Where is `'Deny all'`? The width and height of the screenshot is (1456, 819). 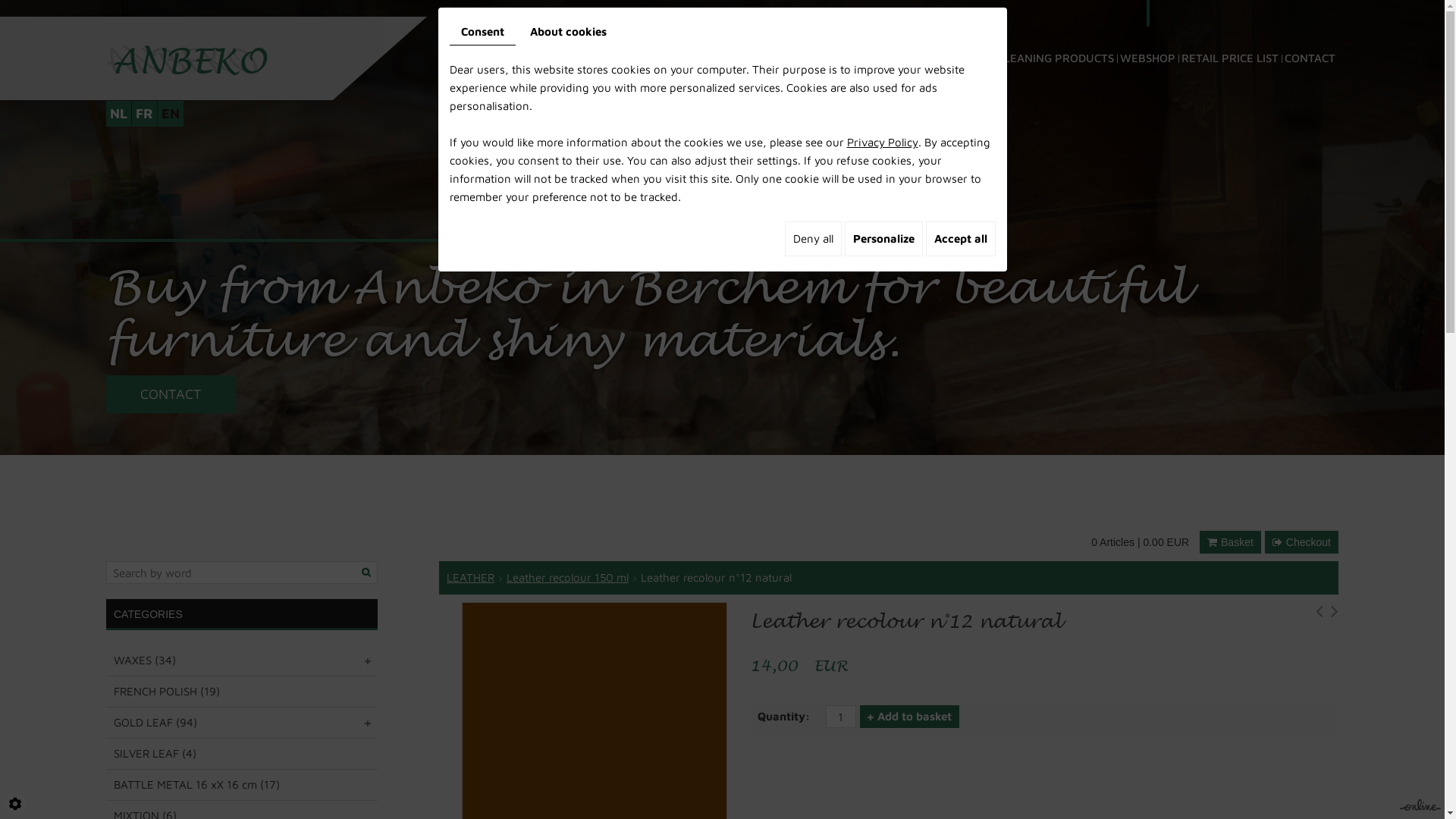 'Deny all' is located at coordinates (811, 239).